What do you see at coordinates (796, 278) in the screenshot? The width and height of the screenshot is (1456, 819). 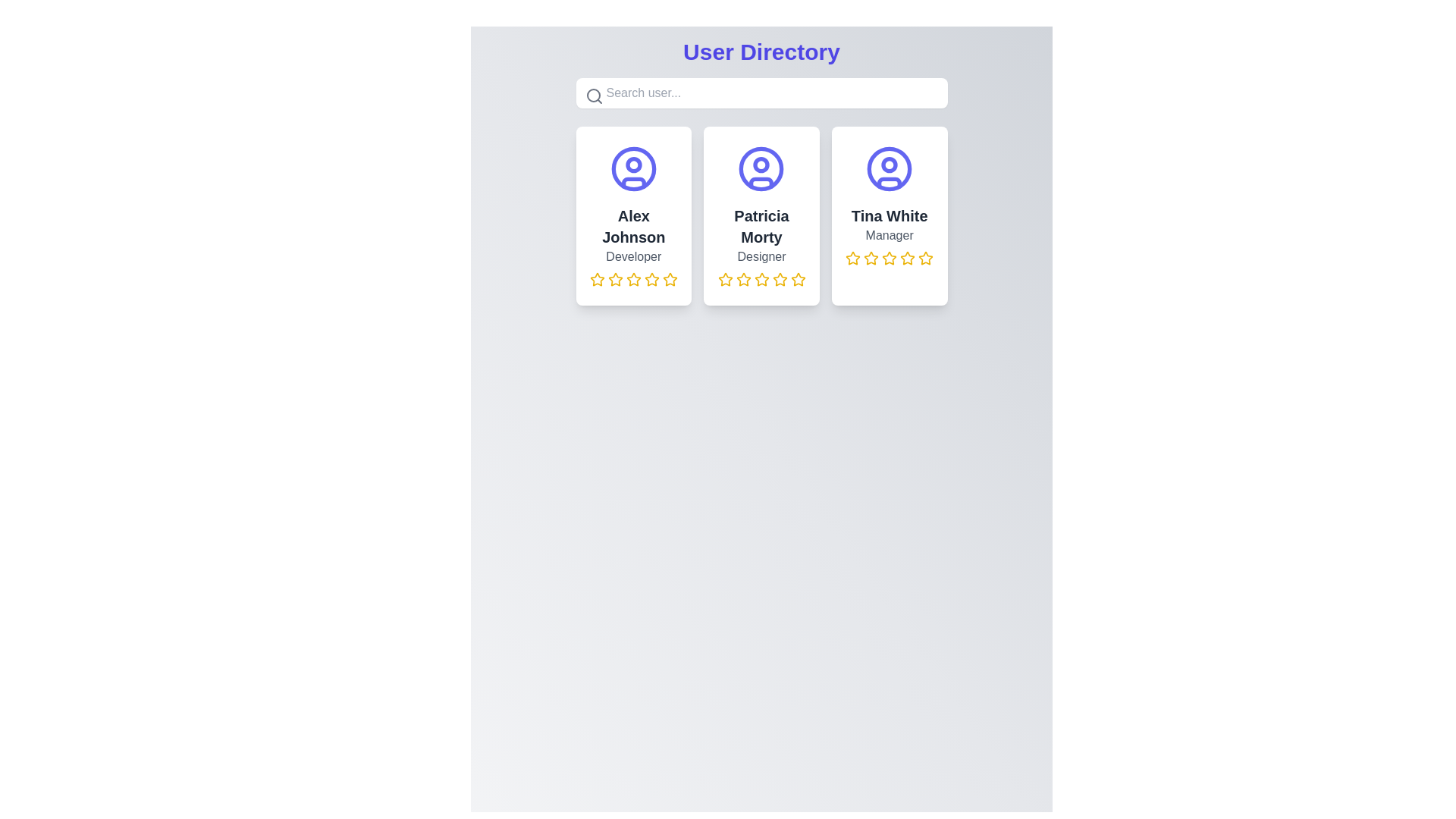 I see `the fifth star icon to rate 'Patricia Morty' with 5 stars` at bounding box center [796, 278].